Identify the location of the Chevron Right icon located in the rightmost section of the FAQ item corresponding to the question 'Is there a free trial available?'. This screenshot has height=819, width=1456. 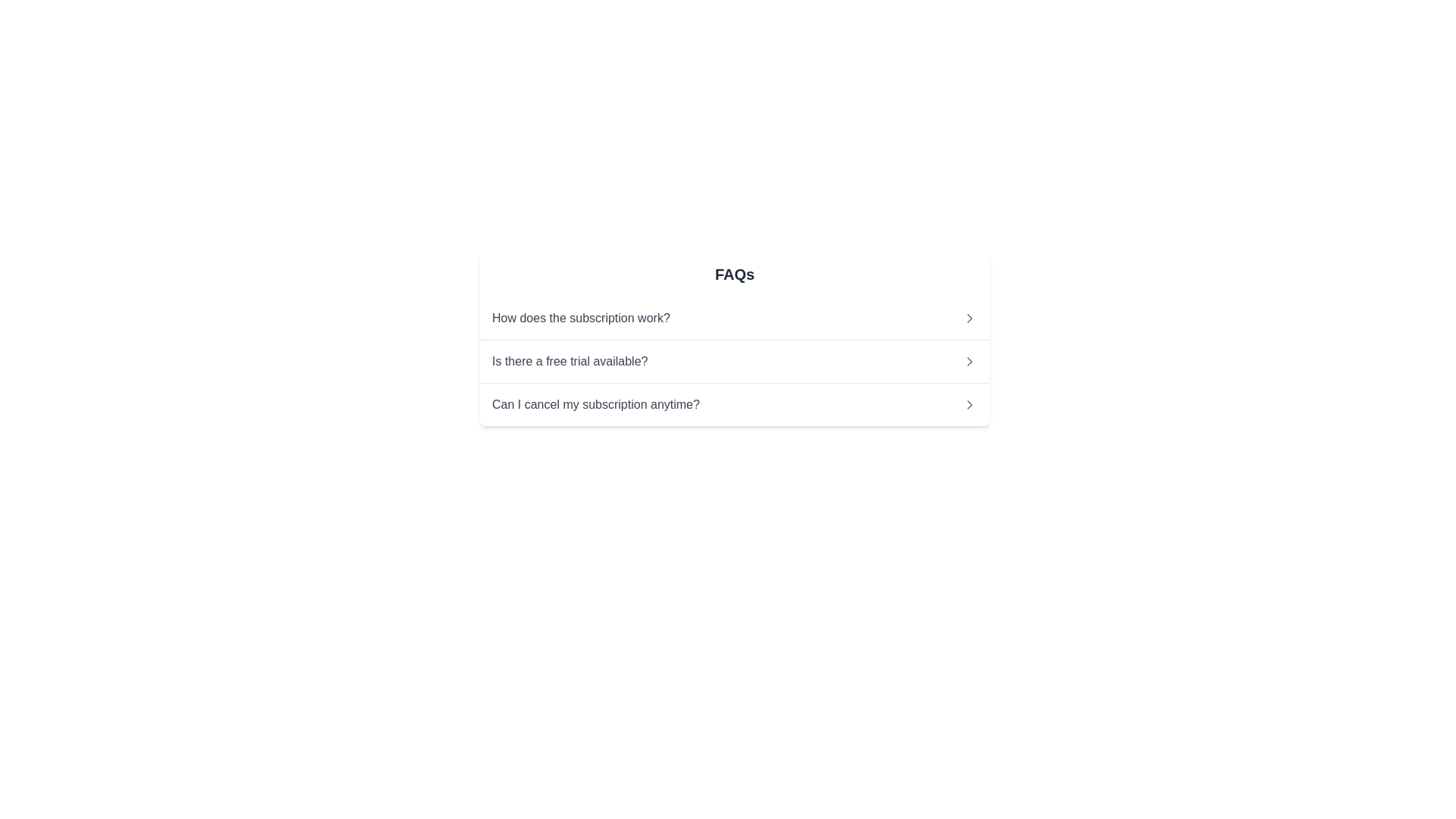
(968, 362).